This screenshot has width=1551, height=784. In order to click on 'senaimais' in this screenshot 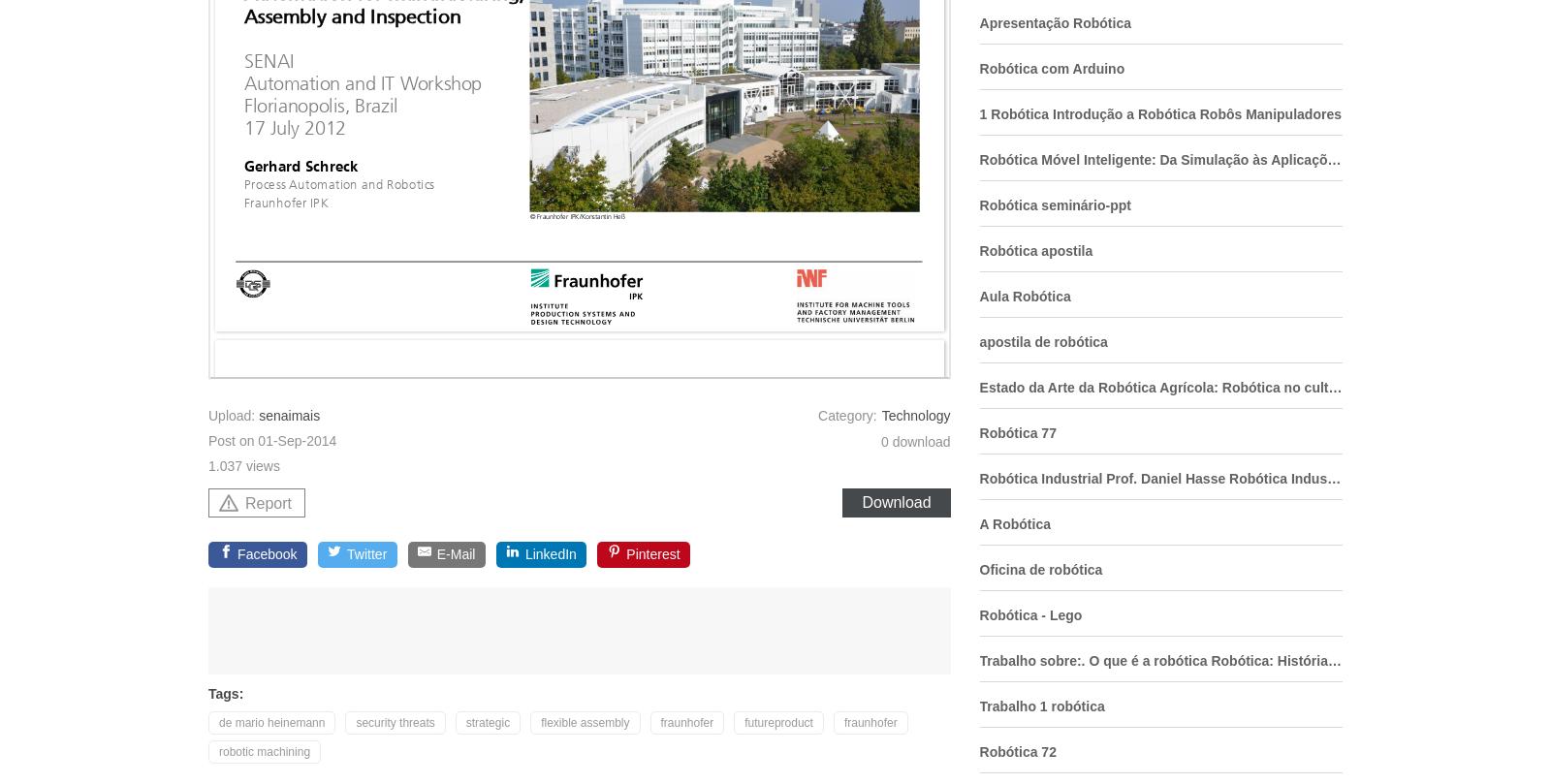, I will do `click(289, 415)`.